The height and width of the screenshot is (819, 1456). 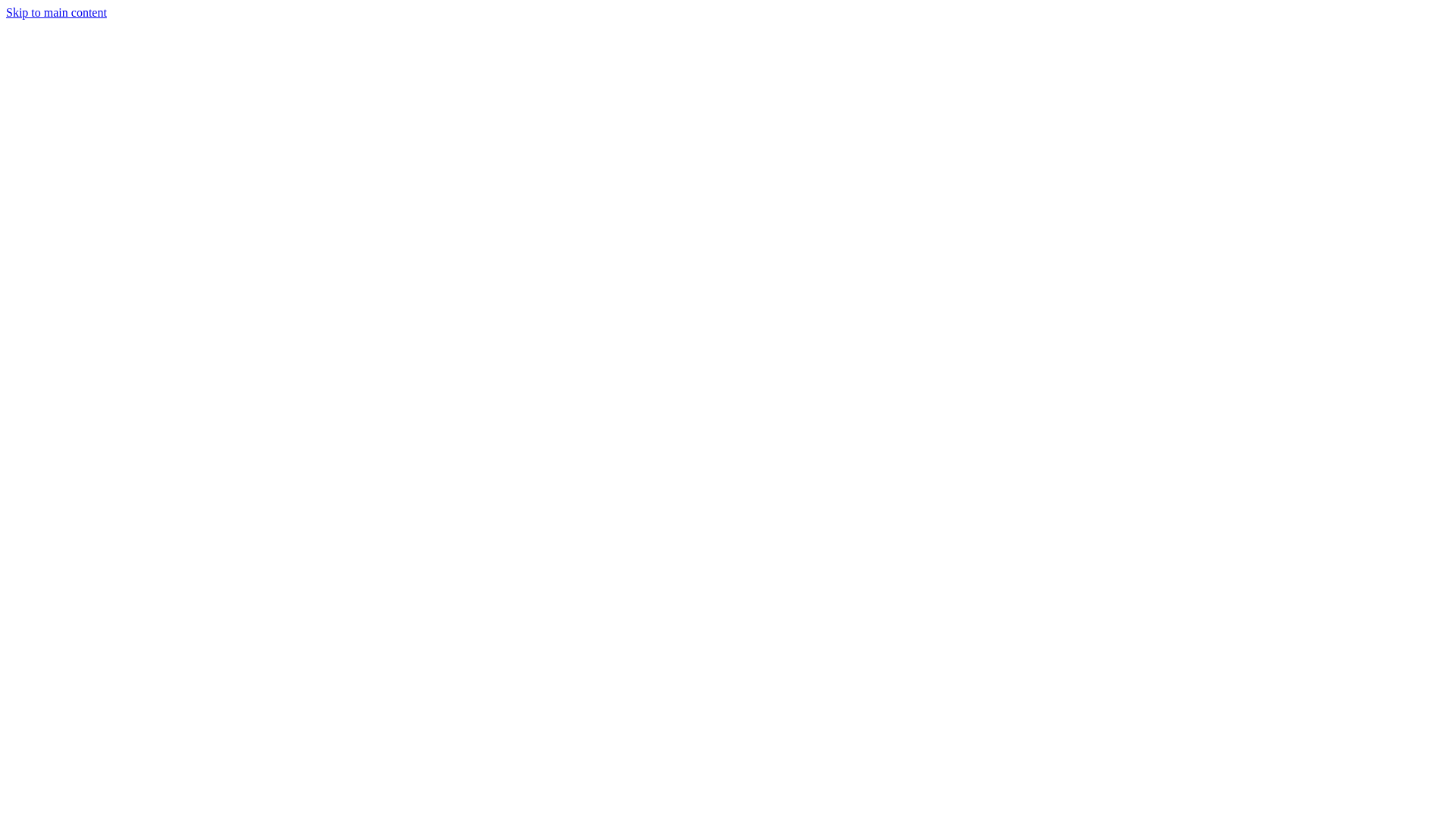 I want to click on 'Skip to main content', so click(x=6, y=12).